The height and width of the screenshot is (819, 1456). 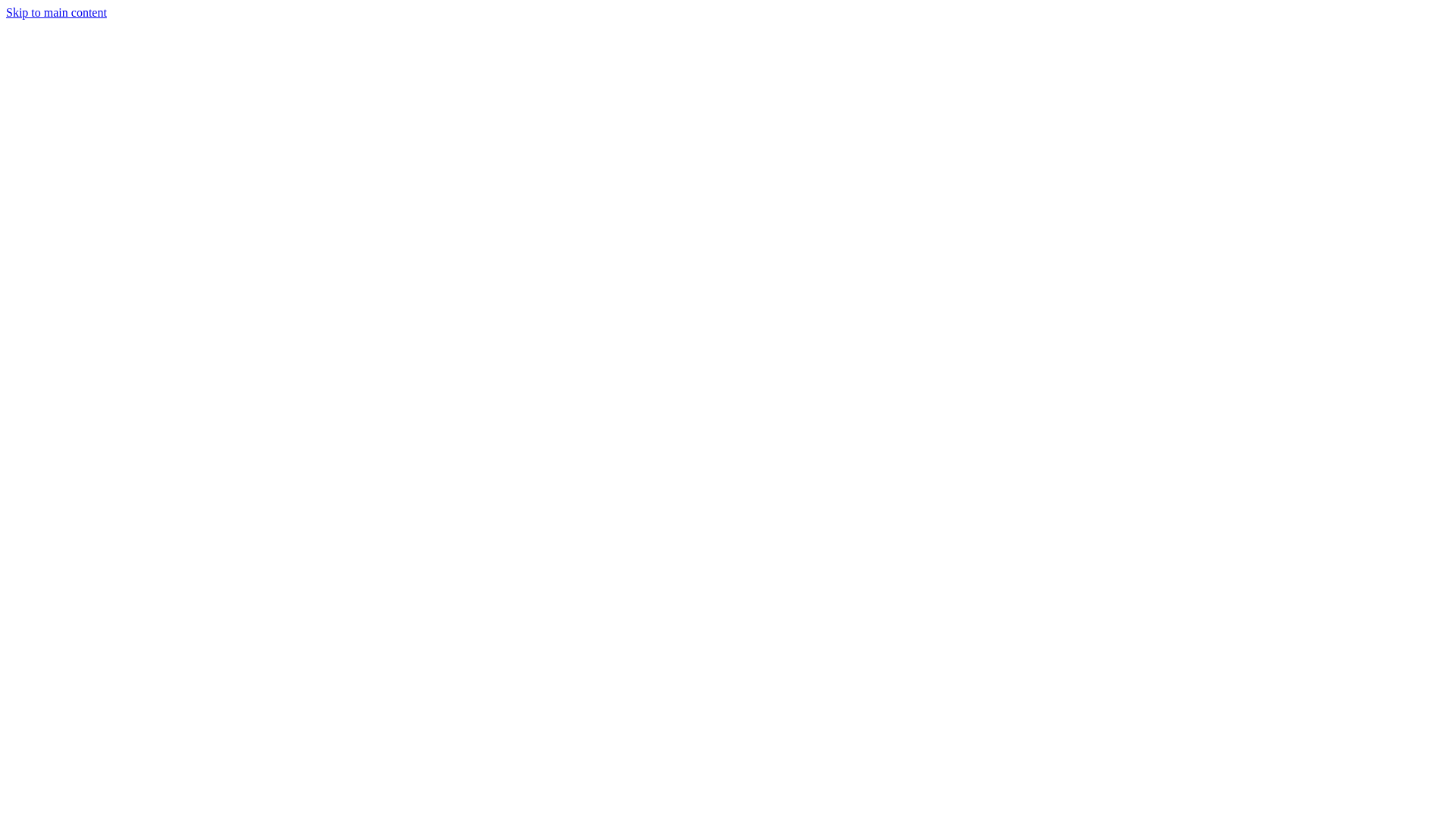 I want to click on 'Skip to main content', so click(x=6, y=12).